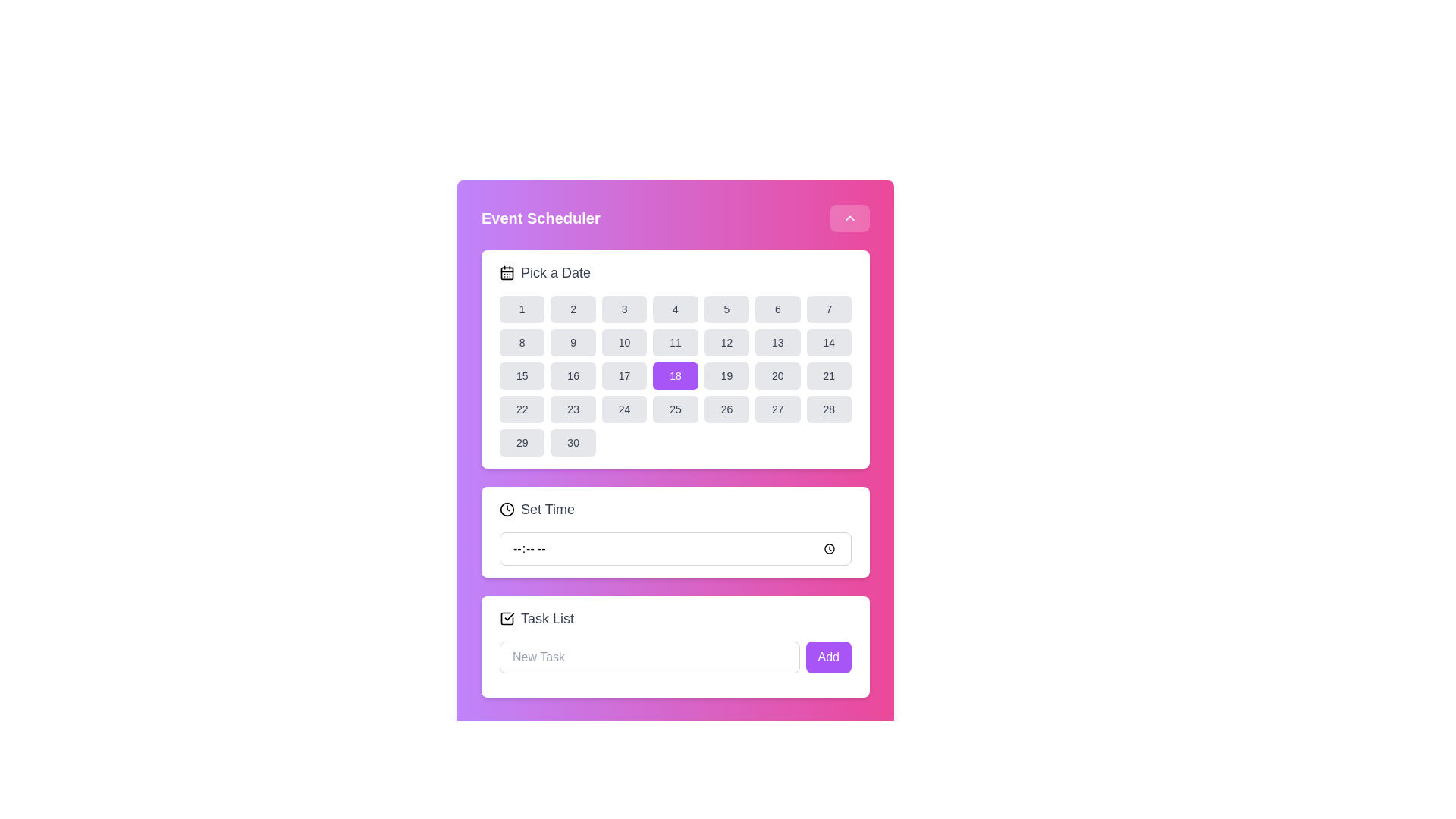 This screenshot has width=1456, height=819. I want to click on the date selection icon located at the top-left corner of the 'Pick a Date' section, so click(507, 271).